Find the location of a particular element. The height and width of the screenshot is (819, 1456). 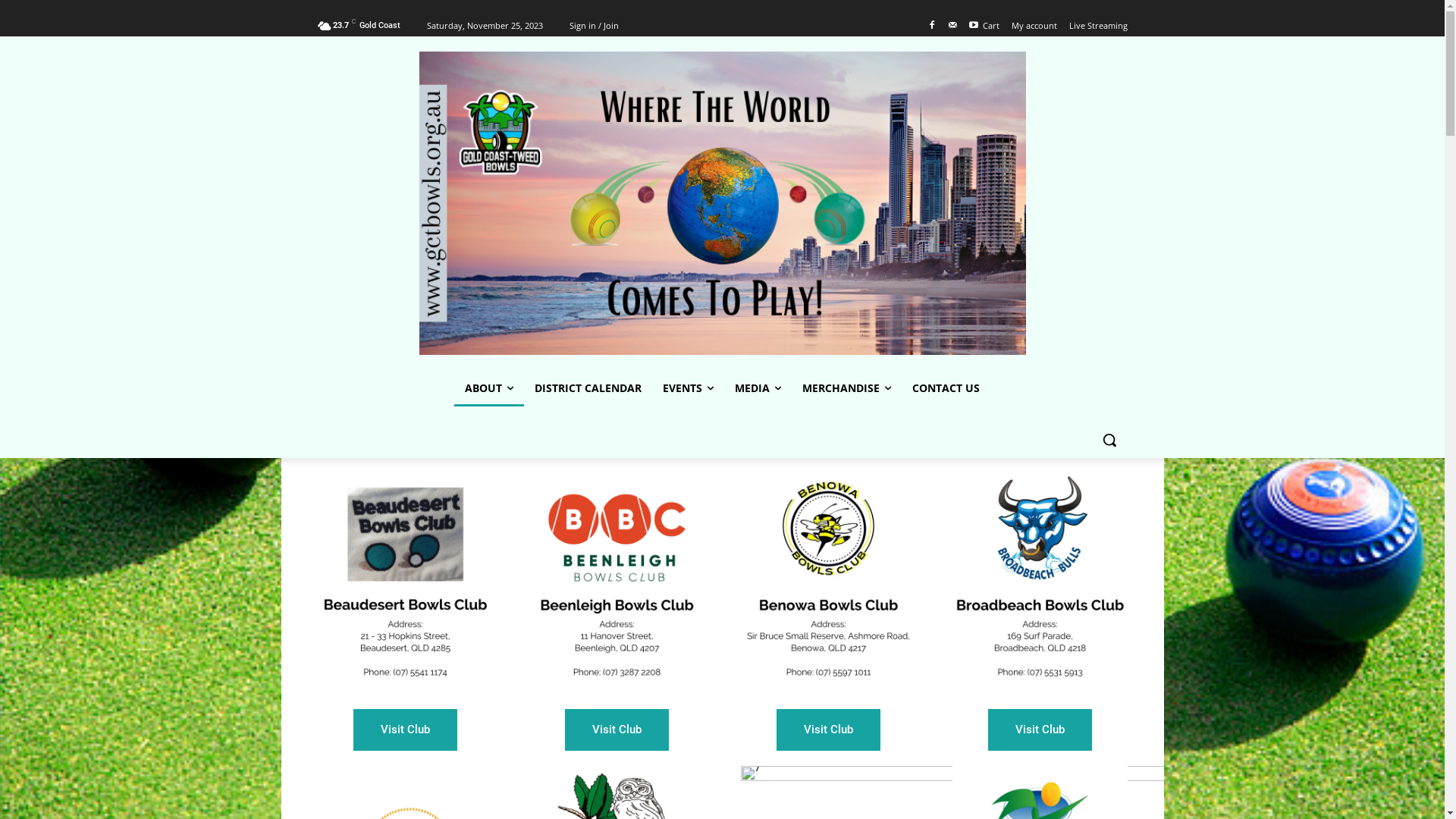

'Facebook' is located at coordinates (930, 25).